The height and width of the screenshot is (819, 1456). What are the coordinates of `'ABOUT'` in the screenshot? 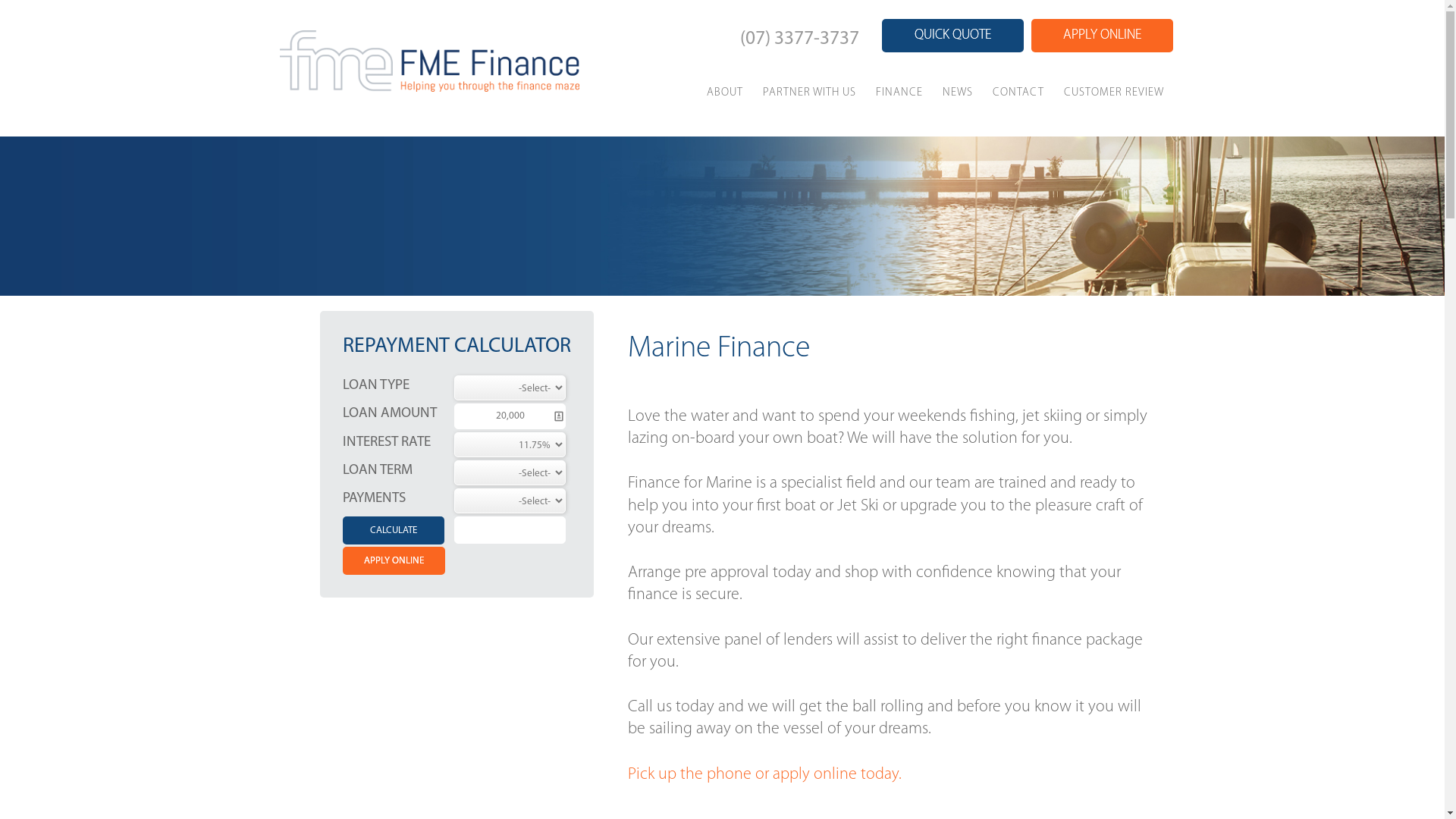 It's located at (723, 90).